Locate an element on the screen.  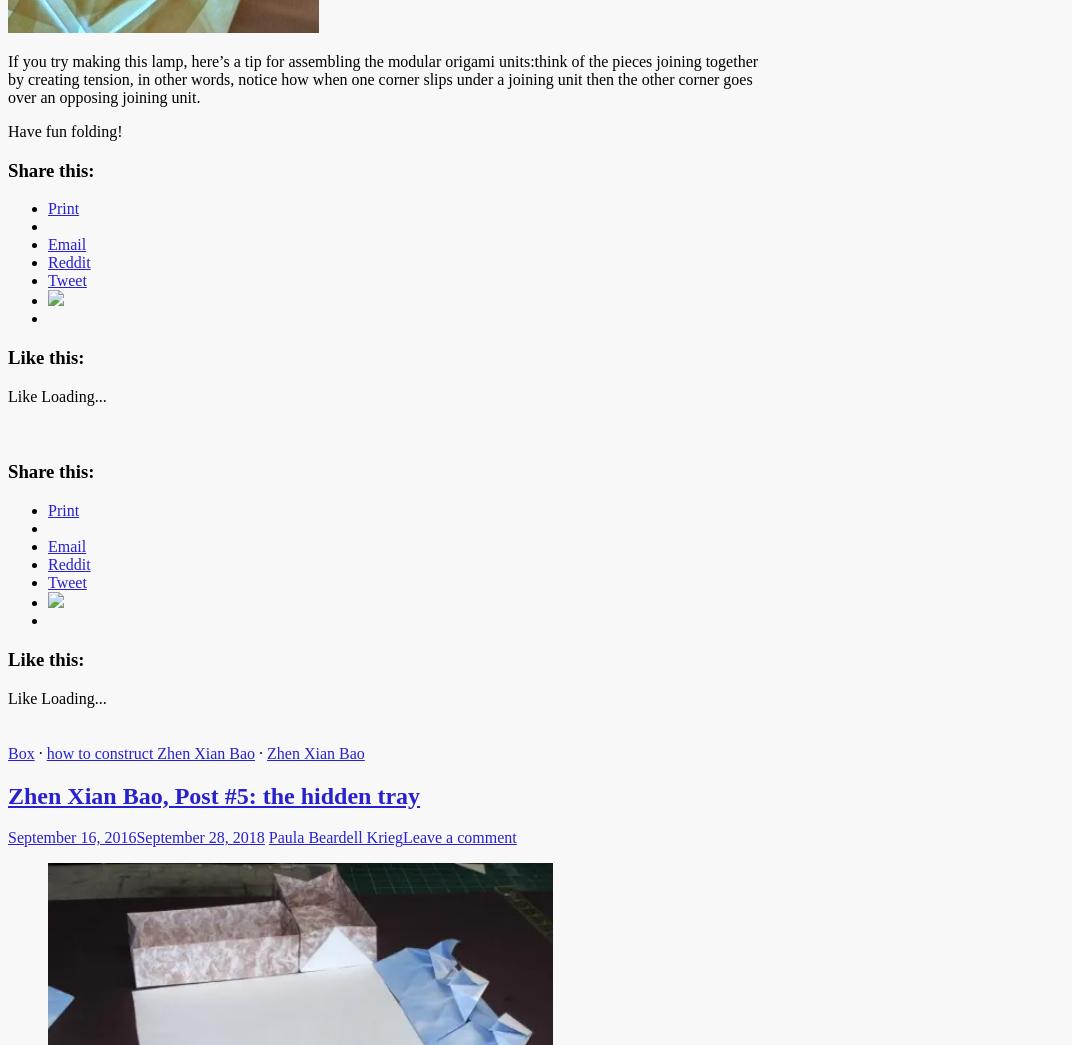
'Leave a comment' is located at coordinates (458, 836).